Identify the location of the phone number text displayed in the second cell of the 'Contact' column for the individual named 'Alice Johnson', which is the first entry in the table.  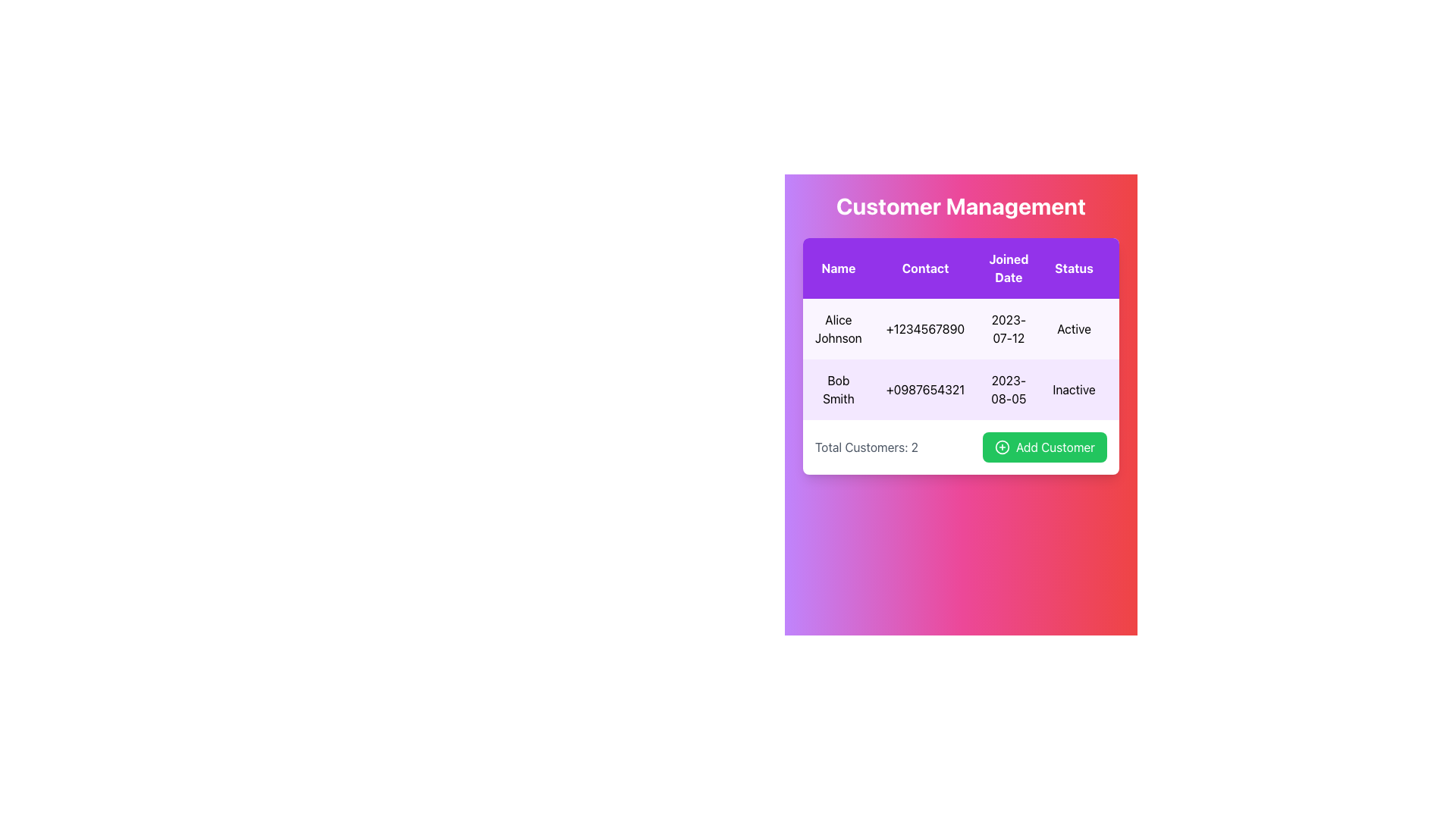
(924, 328).